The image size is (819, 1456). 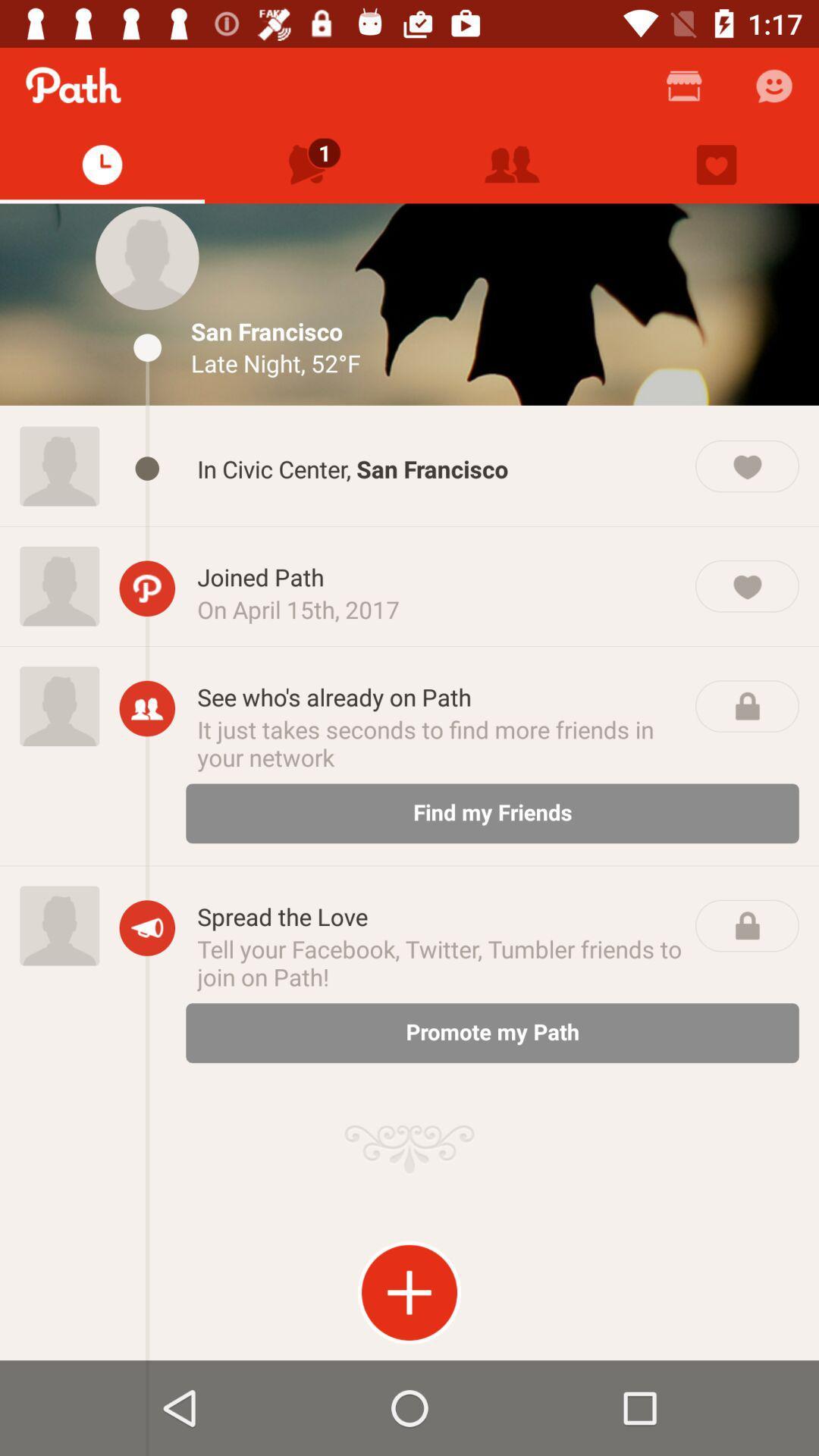 What do you see at coordinates (147, 468) in the screenshot?
I see `the button right to 4th image from bottom` at bounding box center [147, 468].